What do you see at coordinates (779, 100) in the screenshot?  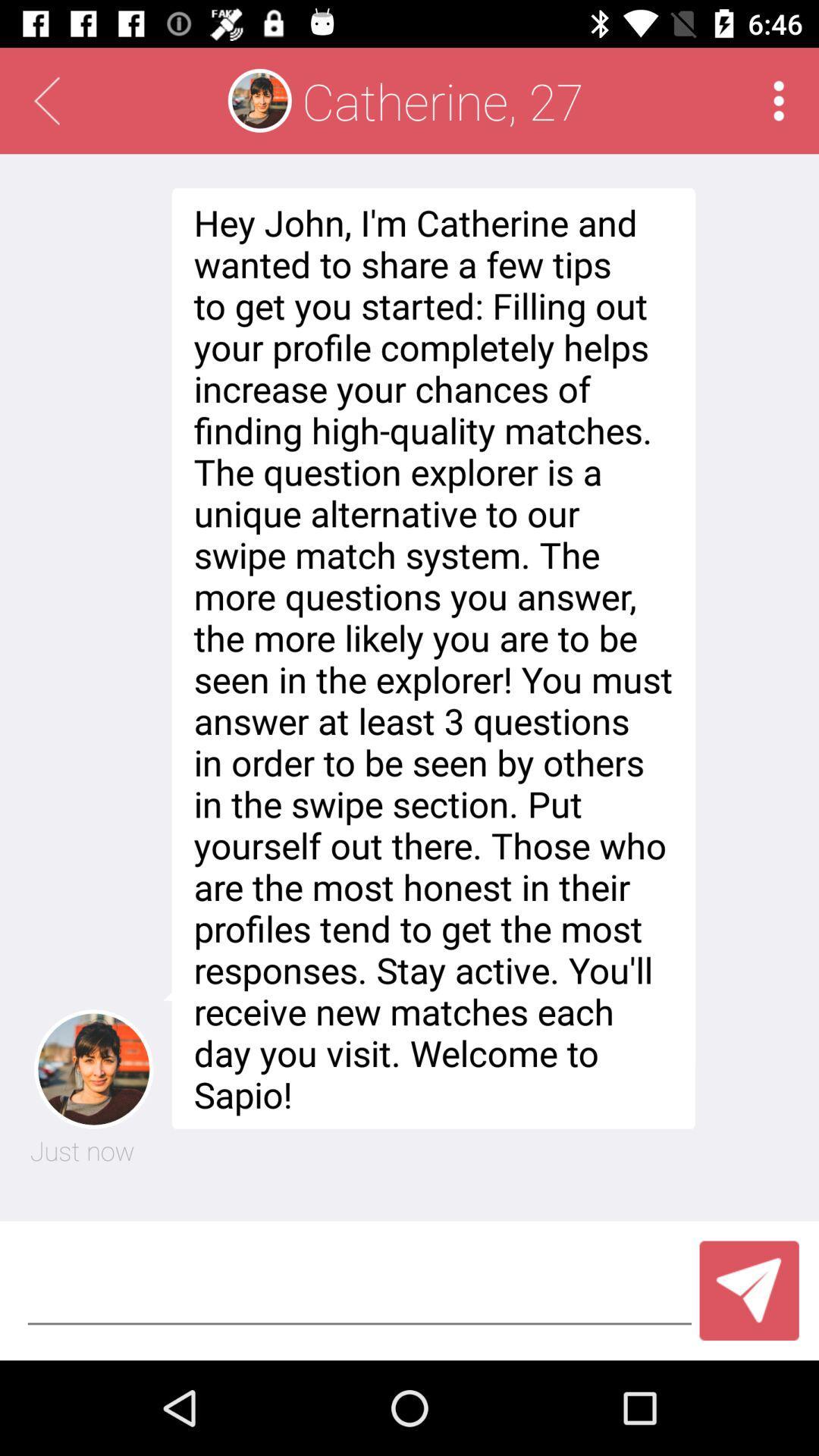 I see `menu` at bounding box center [779, 100].